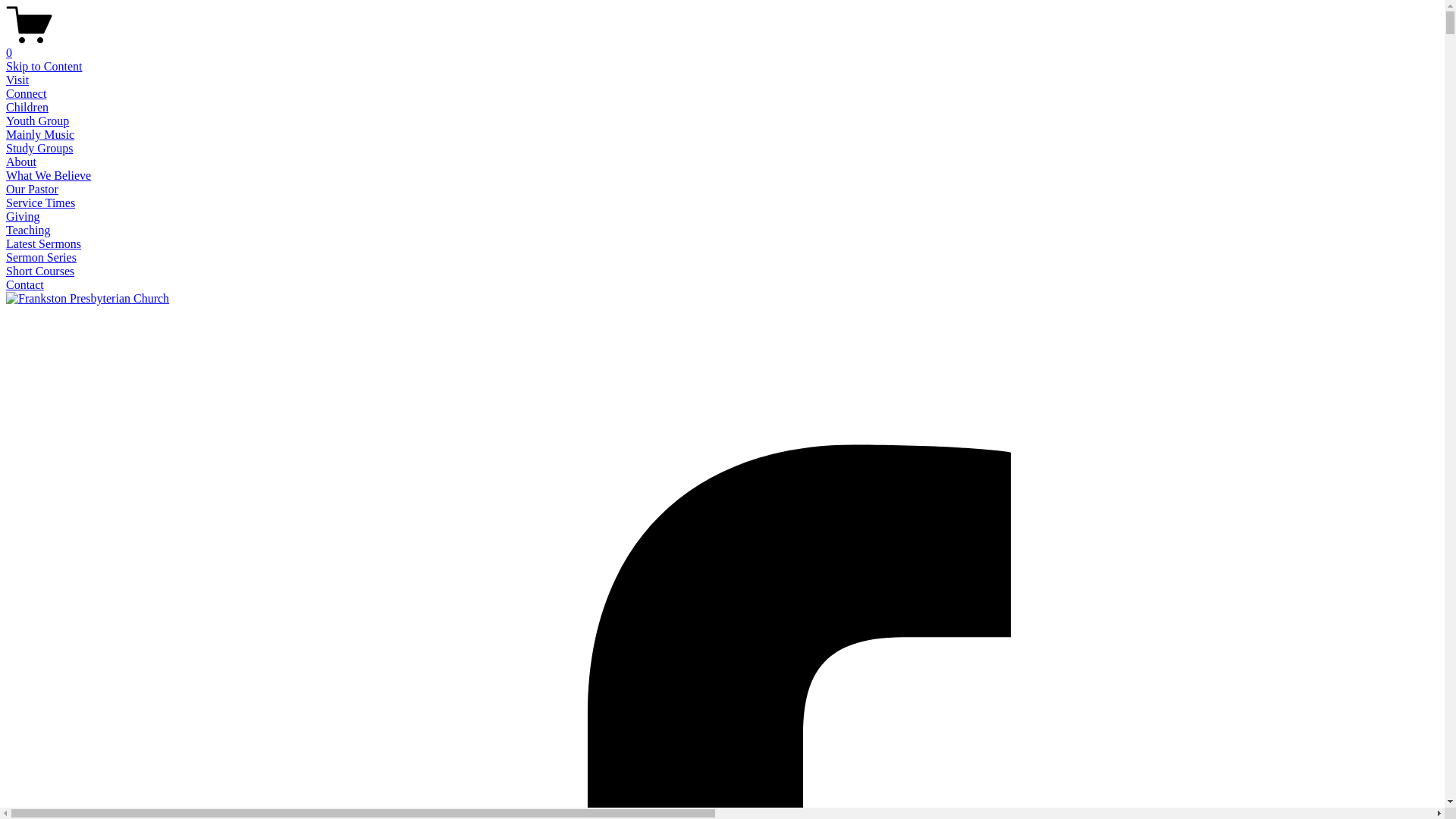 The width and height of the screenshot is (1456, 819). Describe the element at coordinates (40, 202) in the screenshot. I see `'Service Times'` at that location.